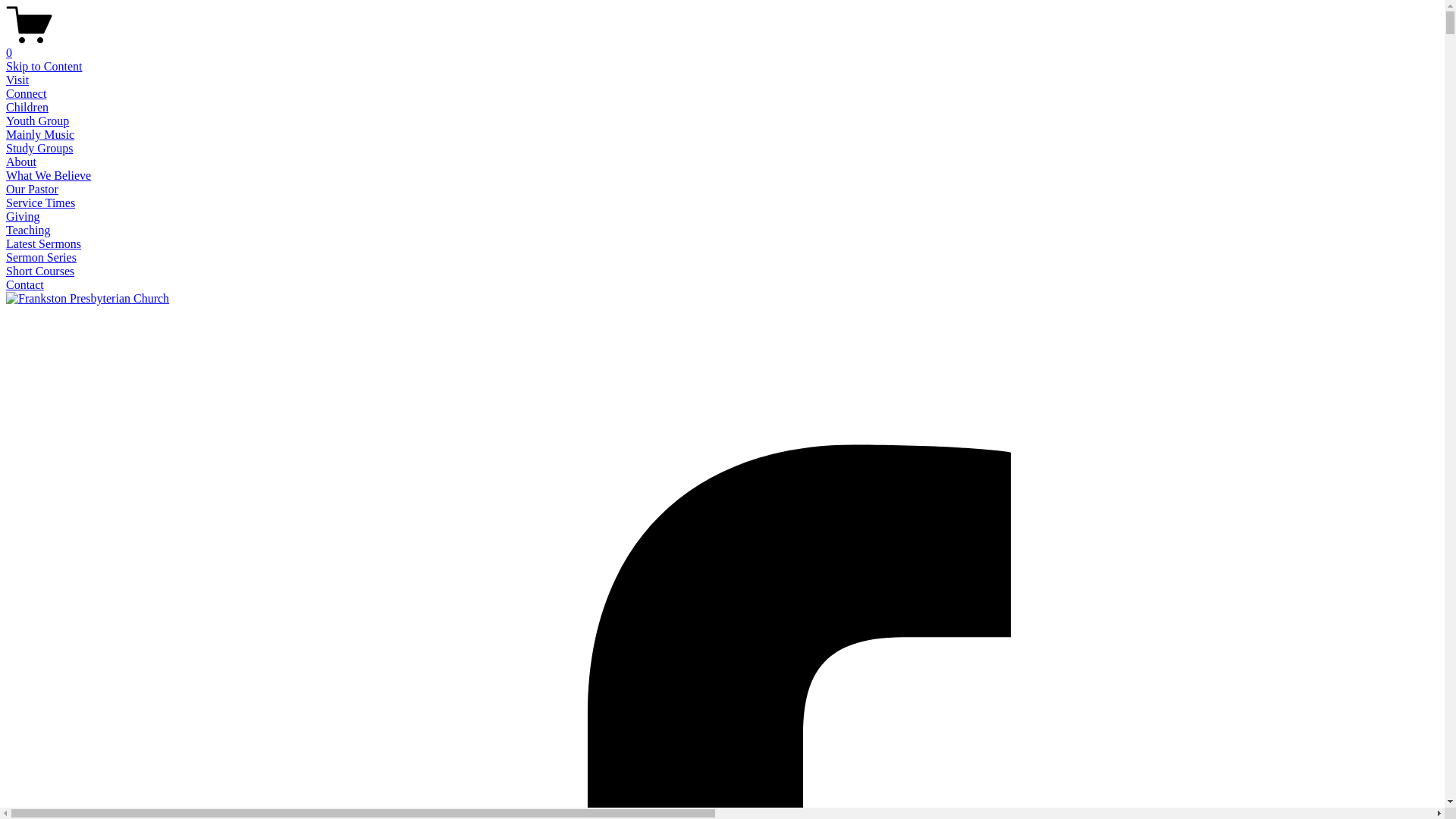 The width and height of the screenshot is (1456, 819). Describe the element at coordinates (40, 202) in the screenshot. I see `'Service Times'` at that location.